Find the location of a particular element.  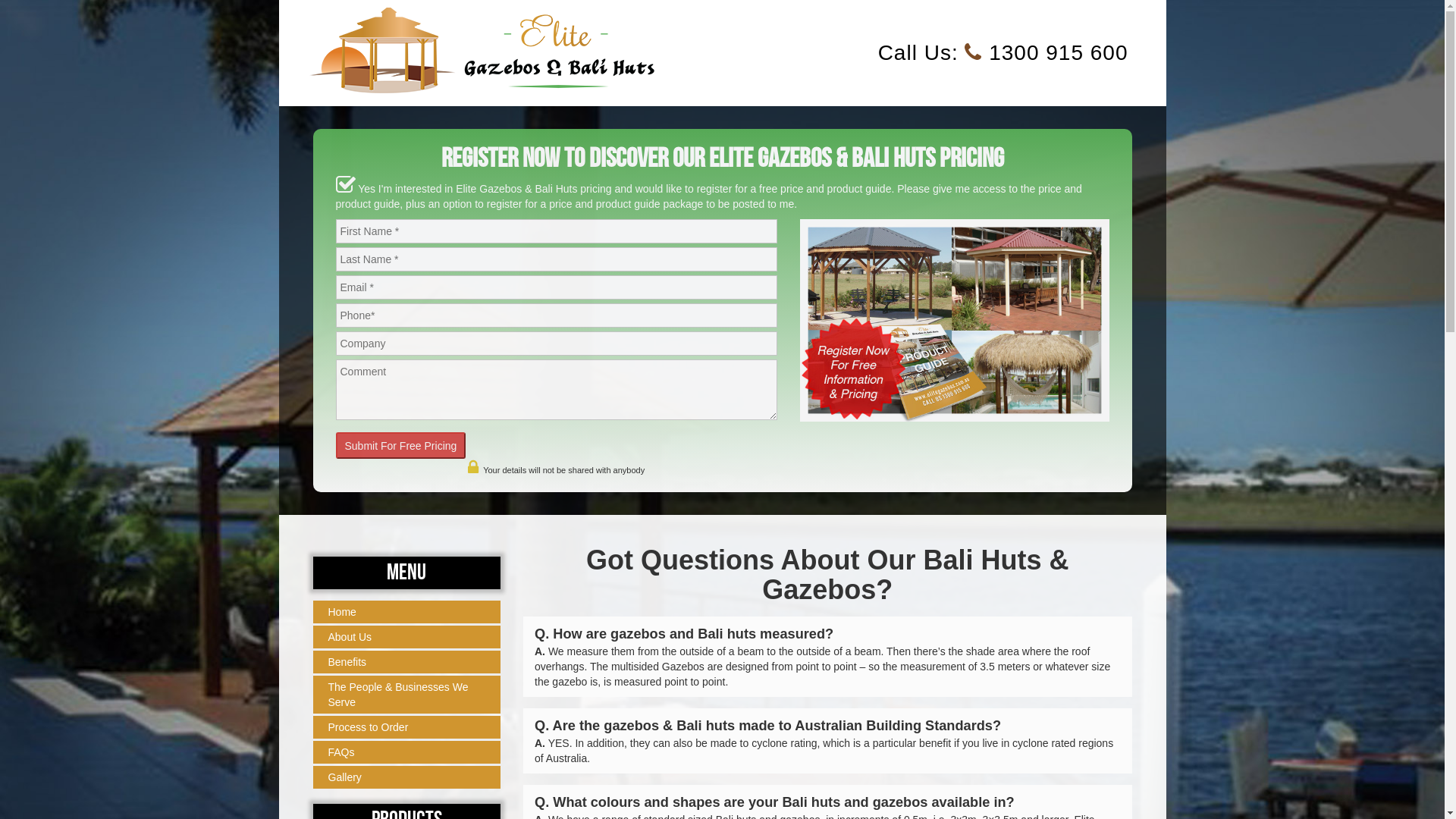

'Process to Order' is located at coordinates (312, 726).